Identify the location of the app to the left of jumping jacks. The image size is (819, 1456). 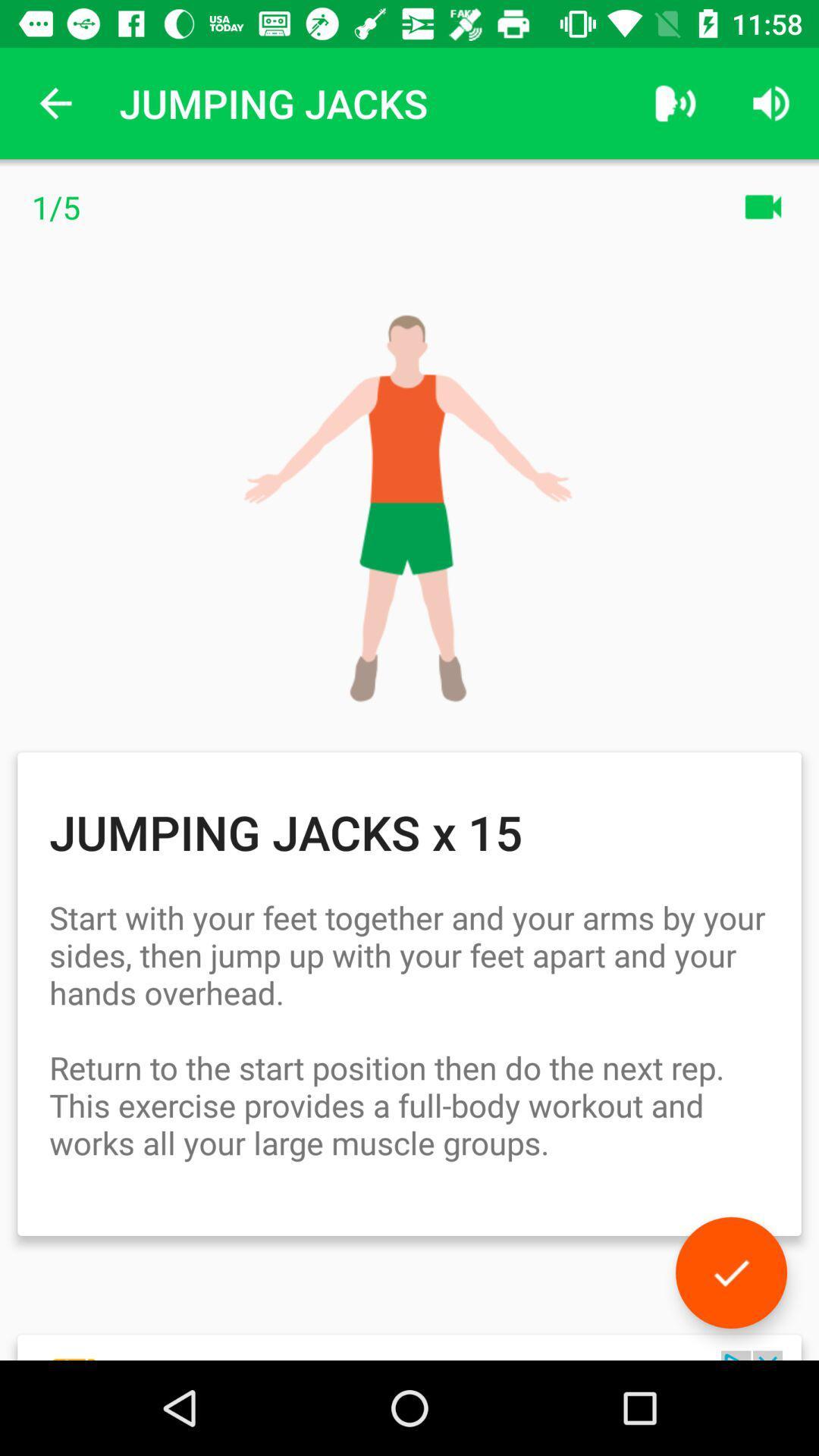
(55, 102).